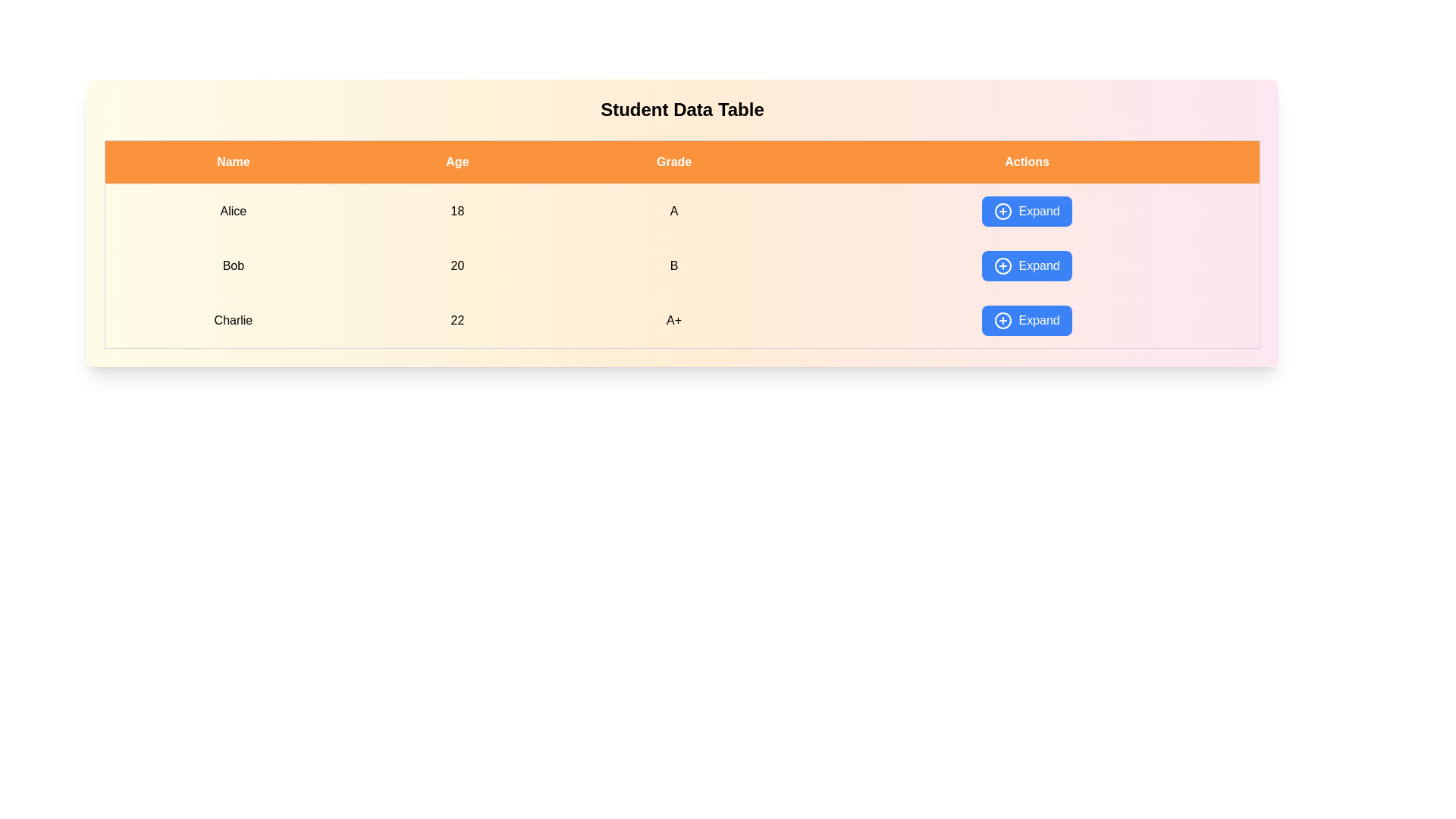 The height and width of the screenshot is (819, 1456). Describe the element at coordinates (1003, 211) in the screenshot. I see `the SVG icon (circle plus) located in the center of the button for the first row in the table under the 'Actions' column` at that location.